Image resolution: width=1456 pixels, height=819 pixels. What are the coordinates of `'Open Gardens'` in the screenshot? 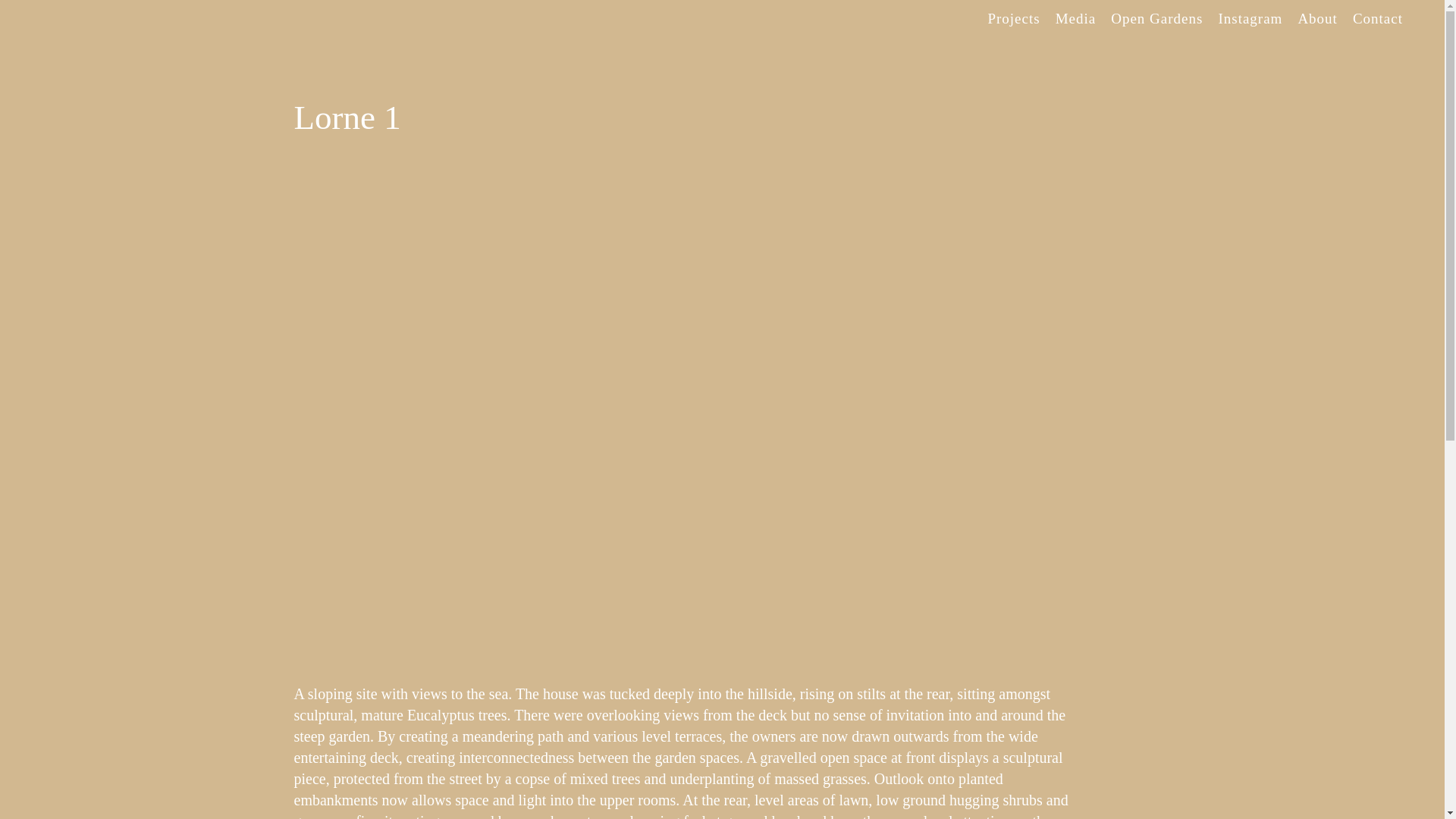 It's located at (1156, 18).